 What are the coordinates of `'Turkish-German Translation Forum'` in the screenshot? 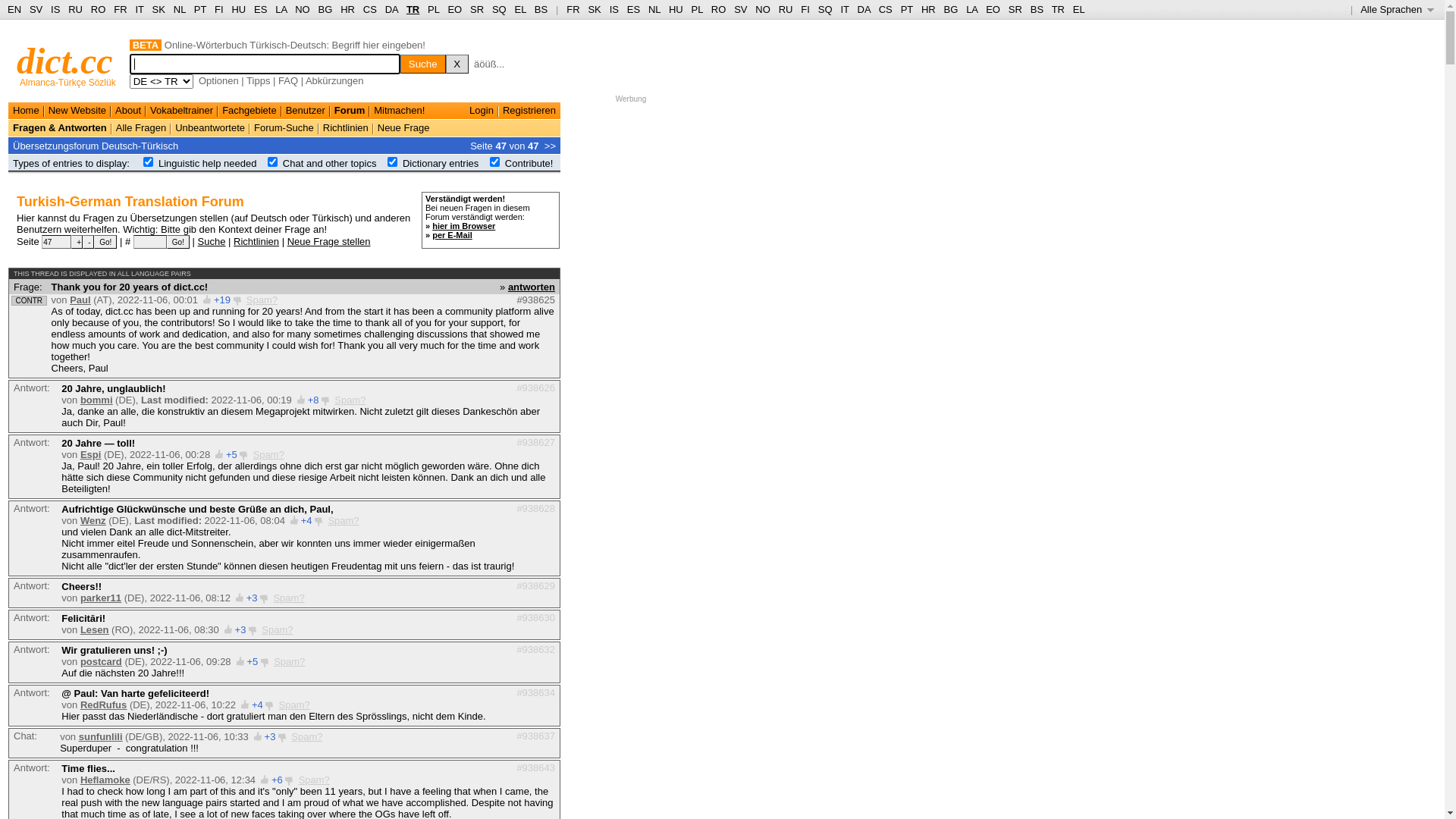 It's located at (17, 201).